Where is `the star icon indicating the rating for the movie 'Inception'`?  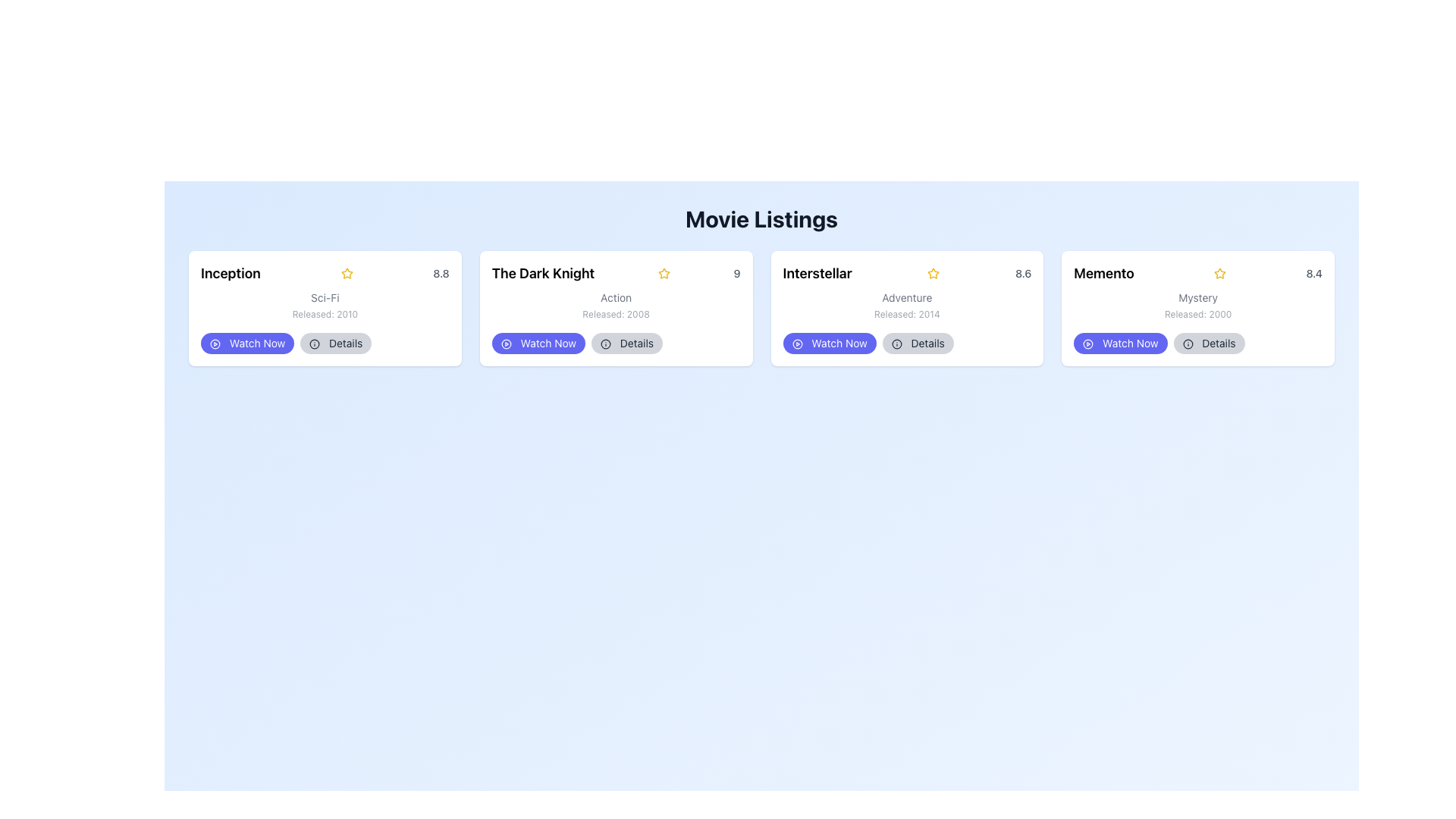 the star icon indicating the rating for the movie 'Inception' is located at coordinates (346, 274).